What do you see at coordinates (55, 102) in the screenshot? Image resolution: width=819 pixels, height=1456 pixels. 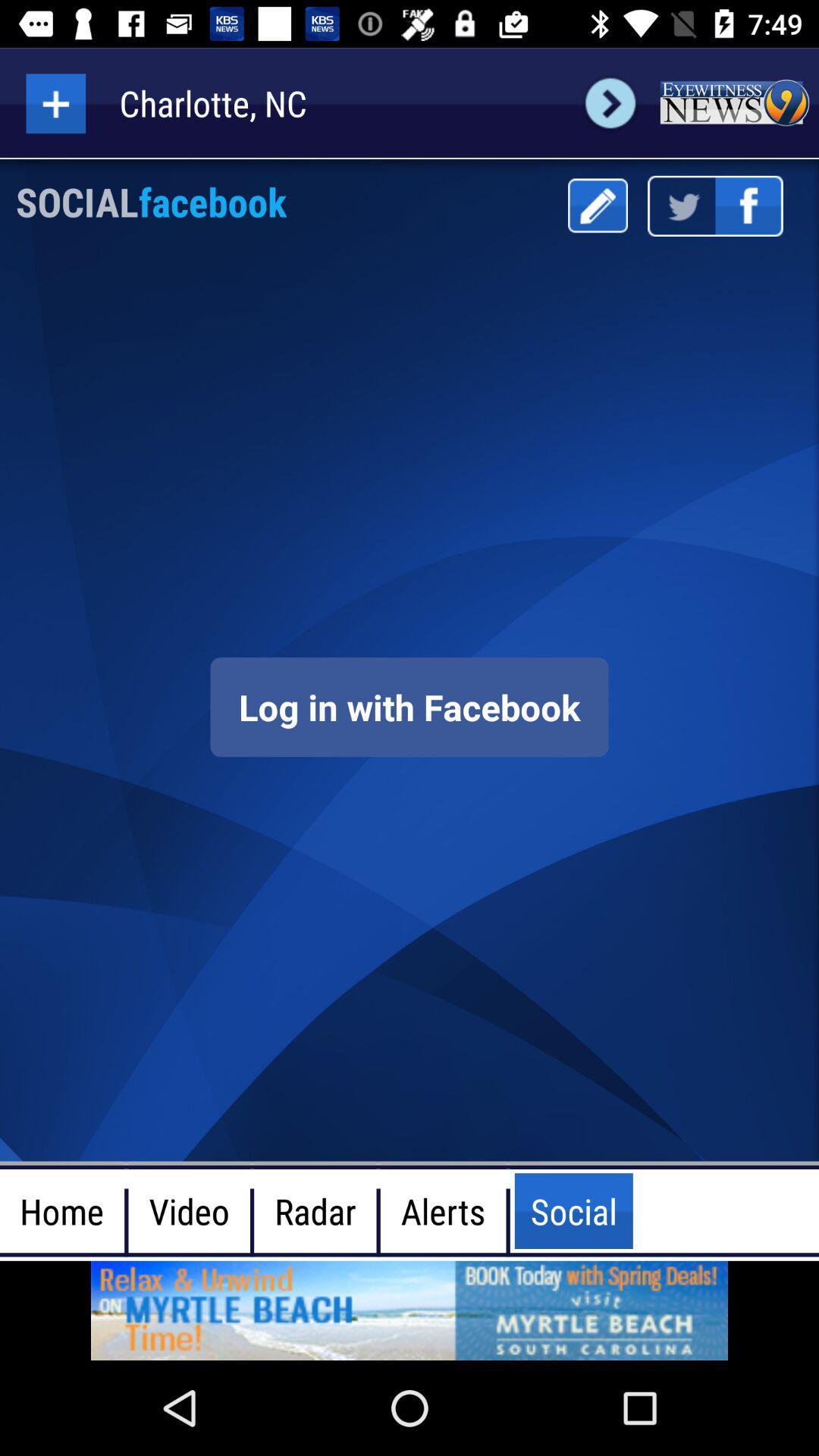 I see `the add icon` at bounding box center [55, 102].